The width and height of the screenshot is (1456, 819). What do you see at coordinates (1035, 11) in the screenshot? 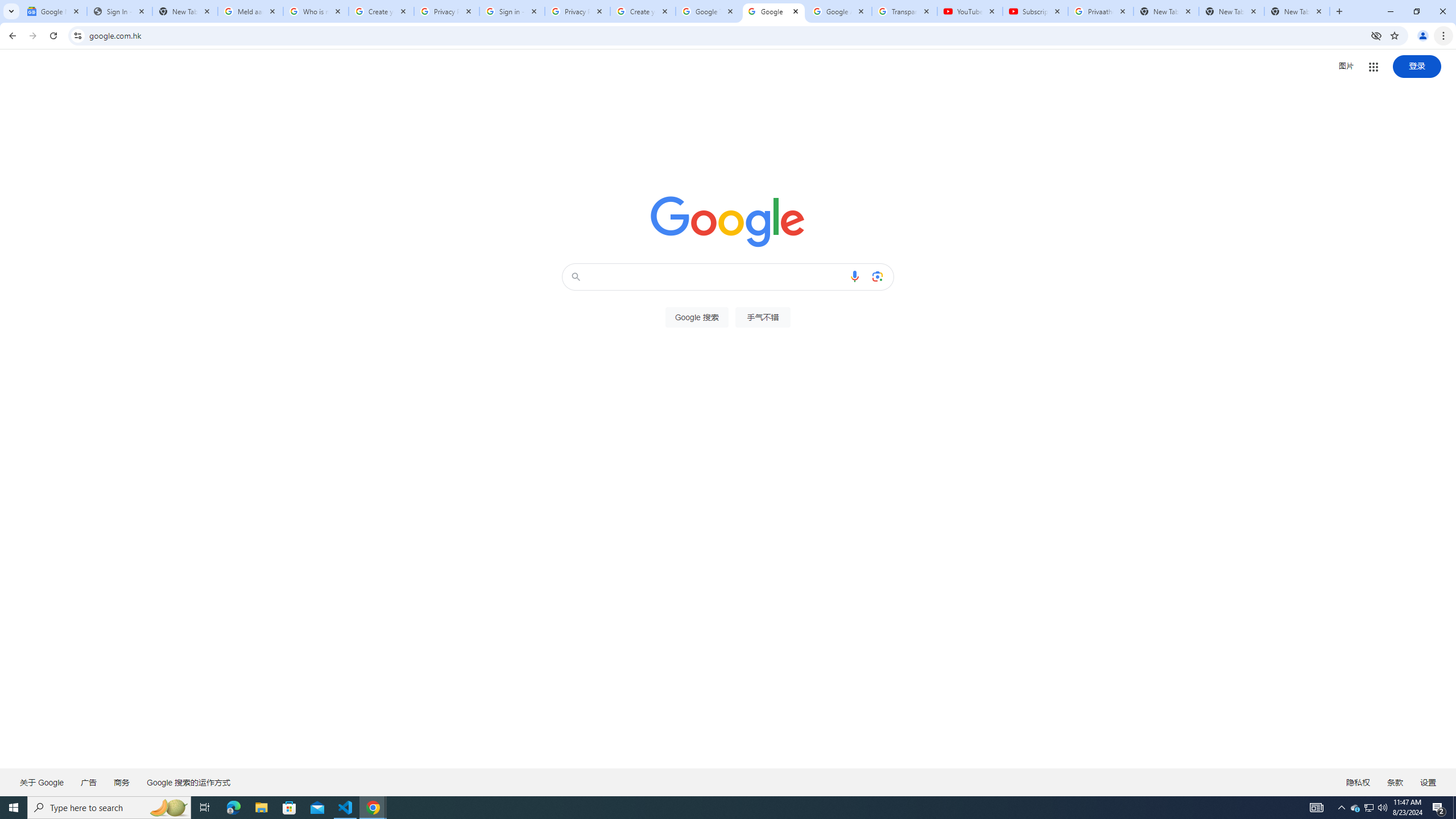
I see `'Subscriptions - YouTube'` at bounding box center [1035, 11].